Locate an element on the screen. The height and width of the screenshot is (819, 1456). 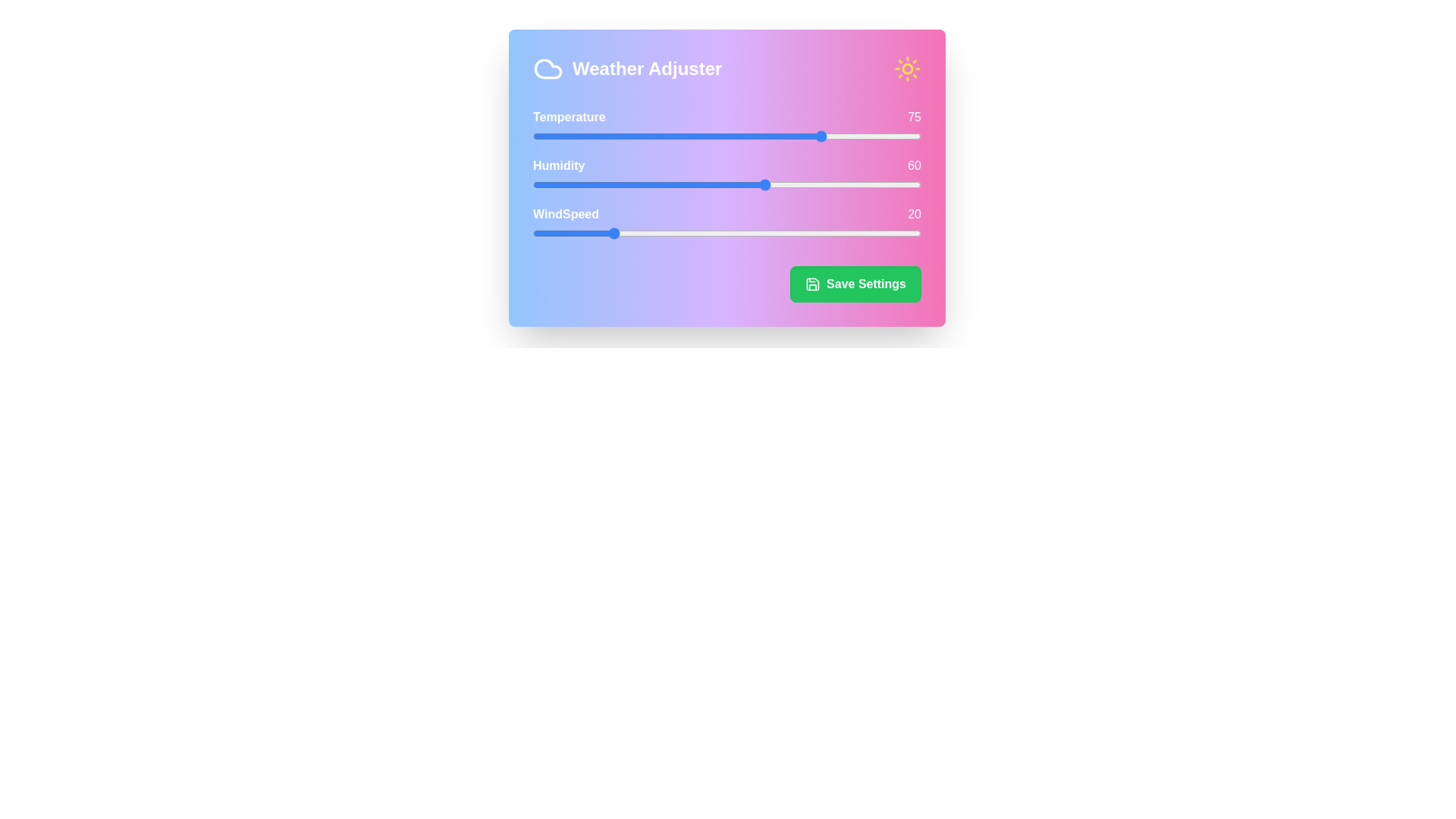
the temperature slider is located at coordinates (773, 136).